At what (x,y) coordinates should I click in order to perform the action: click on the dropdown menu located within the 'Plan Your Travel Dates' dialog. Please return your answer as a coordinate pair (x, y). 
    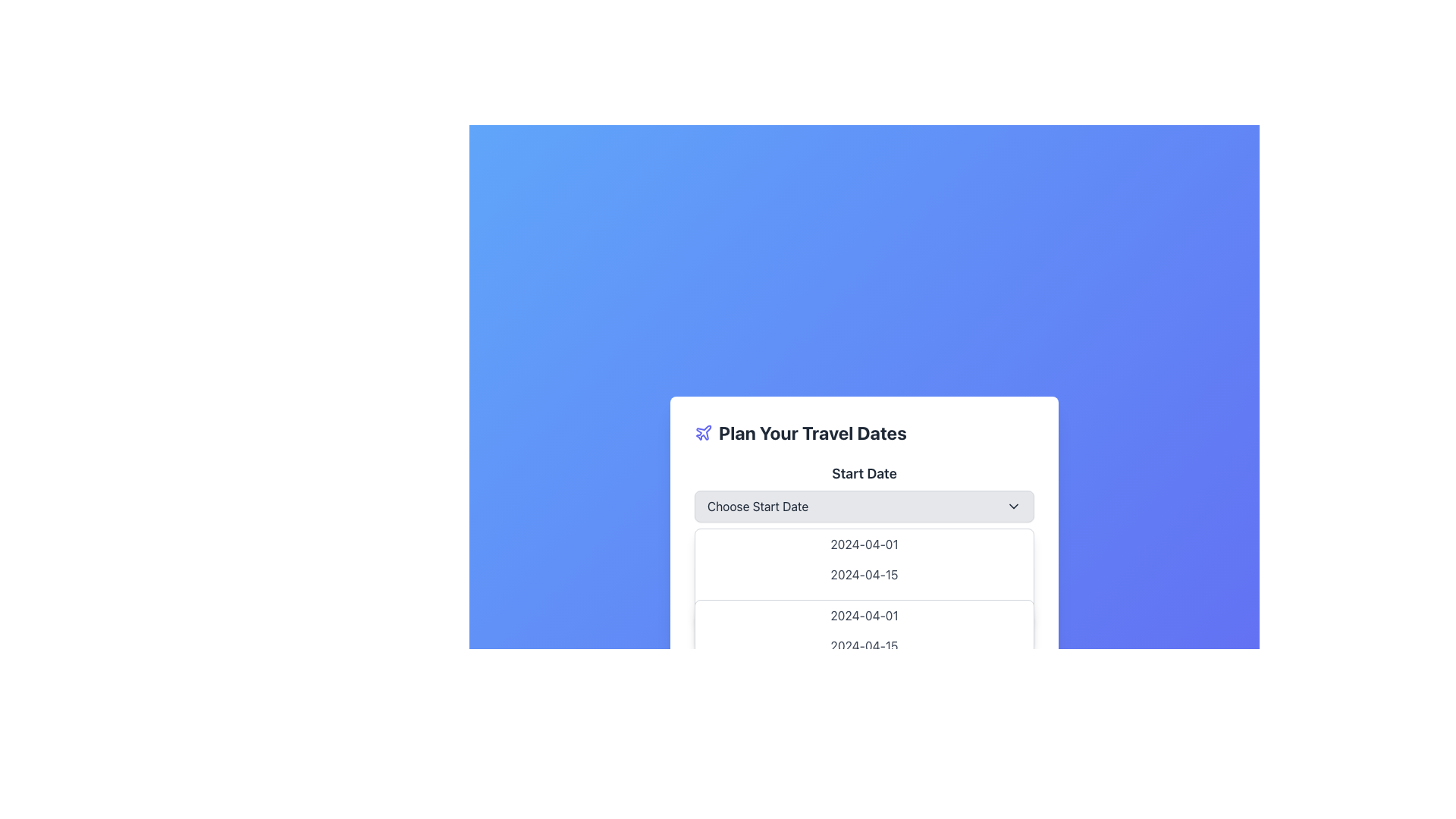
    Looking at the image, I should click on (864, 493).